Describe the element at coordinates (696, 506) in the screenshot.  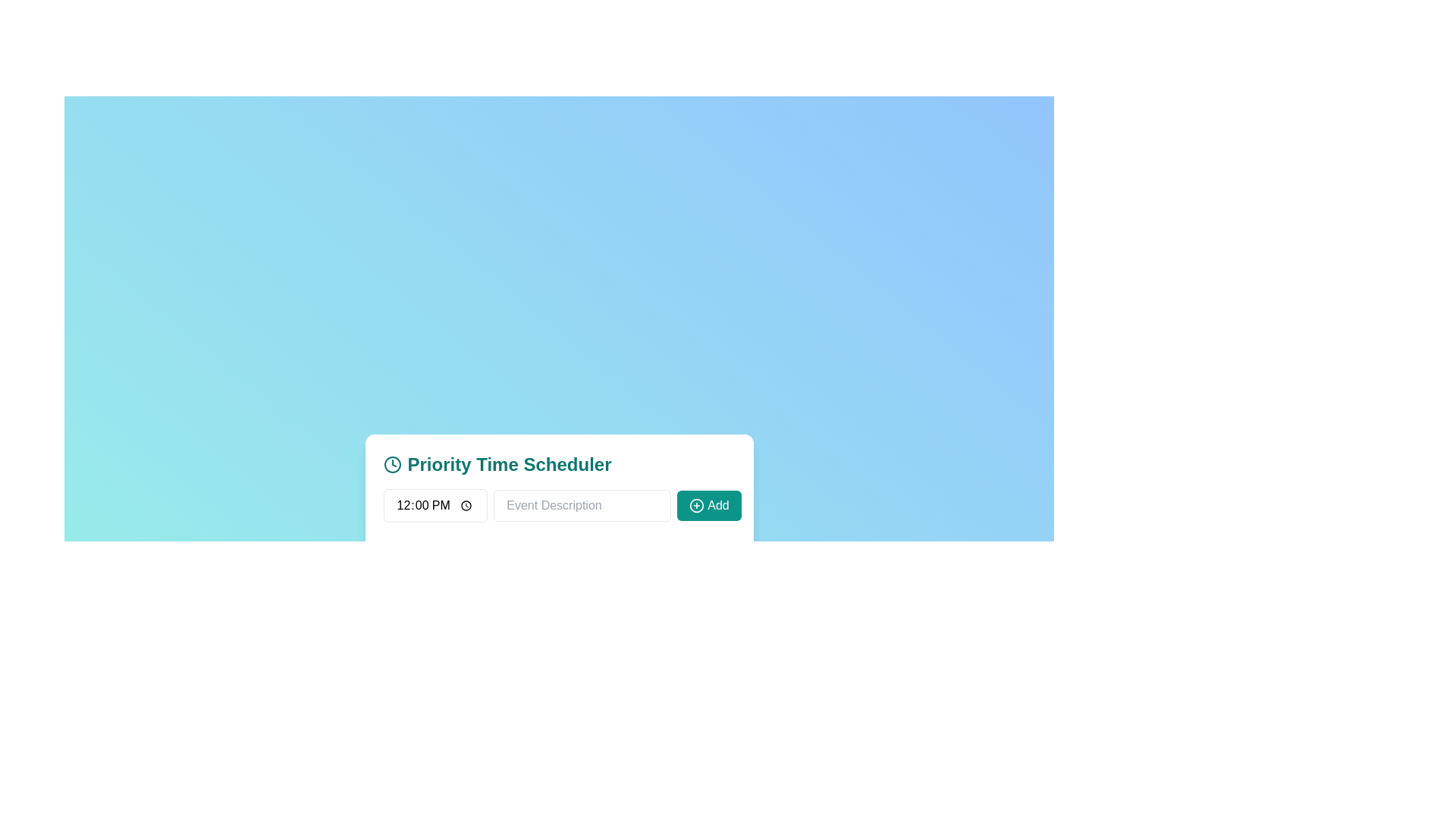
I see `the circular icon on the left side of the 'Add' button located at the bottom-right of the 'Priority Time Scheduler' UI box` at that location.